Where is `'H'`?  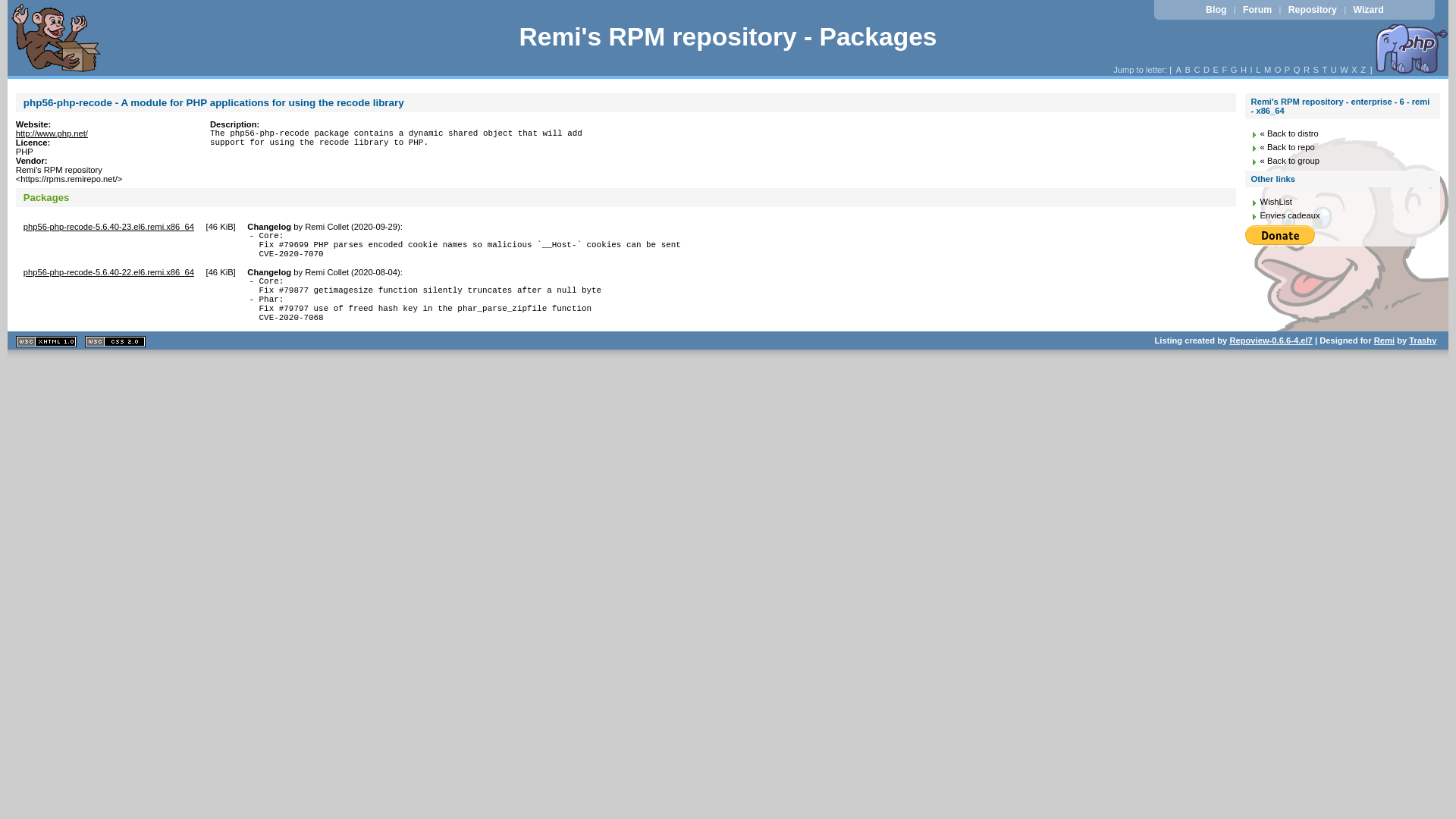
'H' is located at coordinates (1244, 70).